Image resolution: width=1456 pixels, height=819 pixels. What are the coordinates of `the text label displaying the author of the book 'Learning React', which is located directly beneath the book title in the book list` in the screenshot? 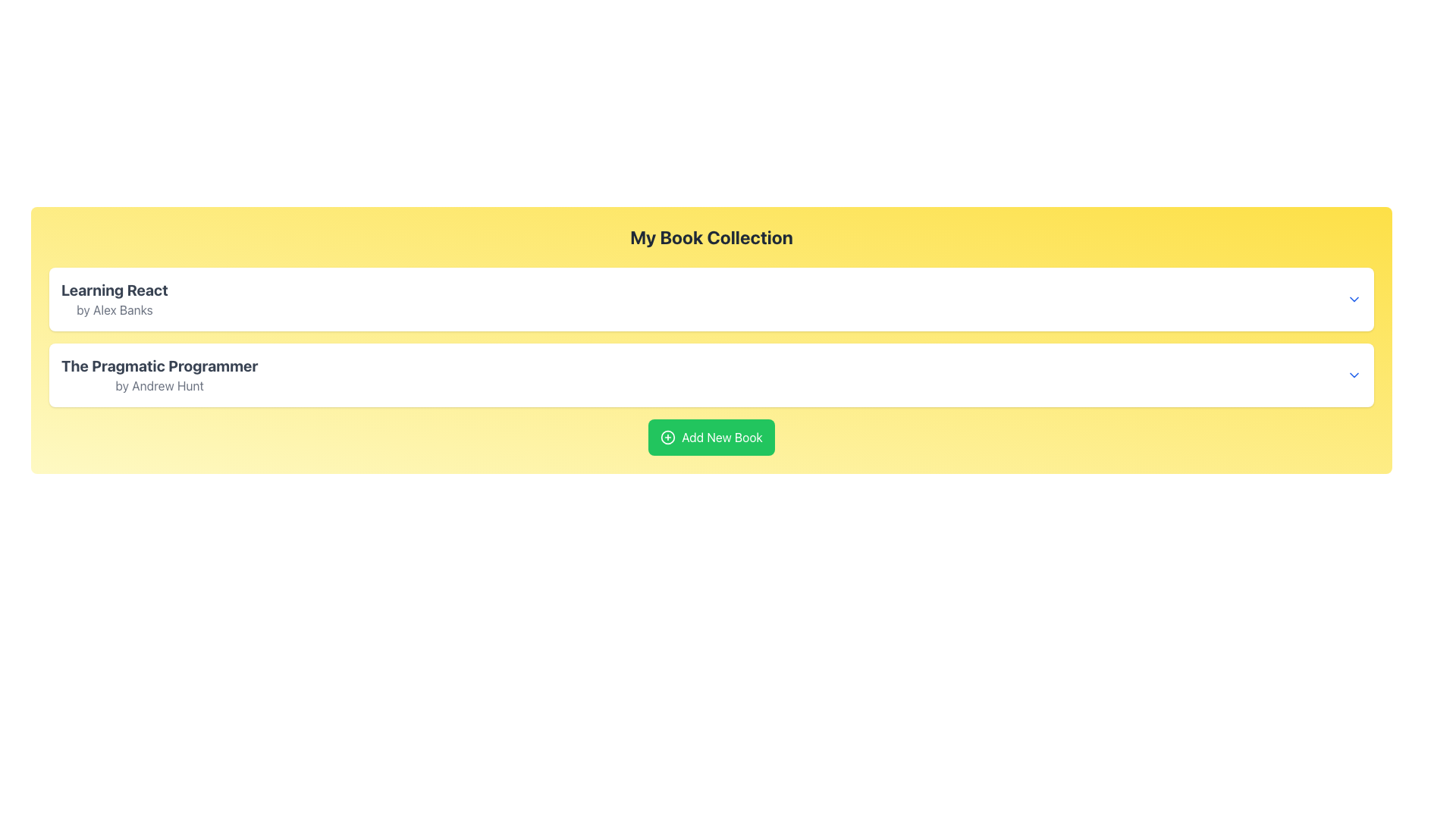 It's located at (114, 309).